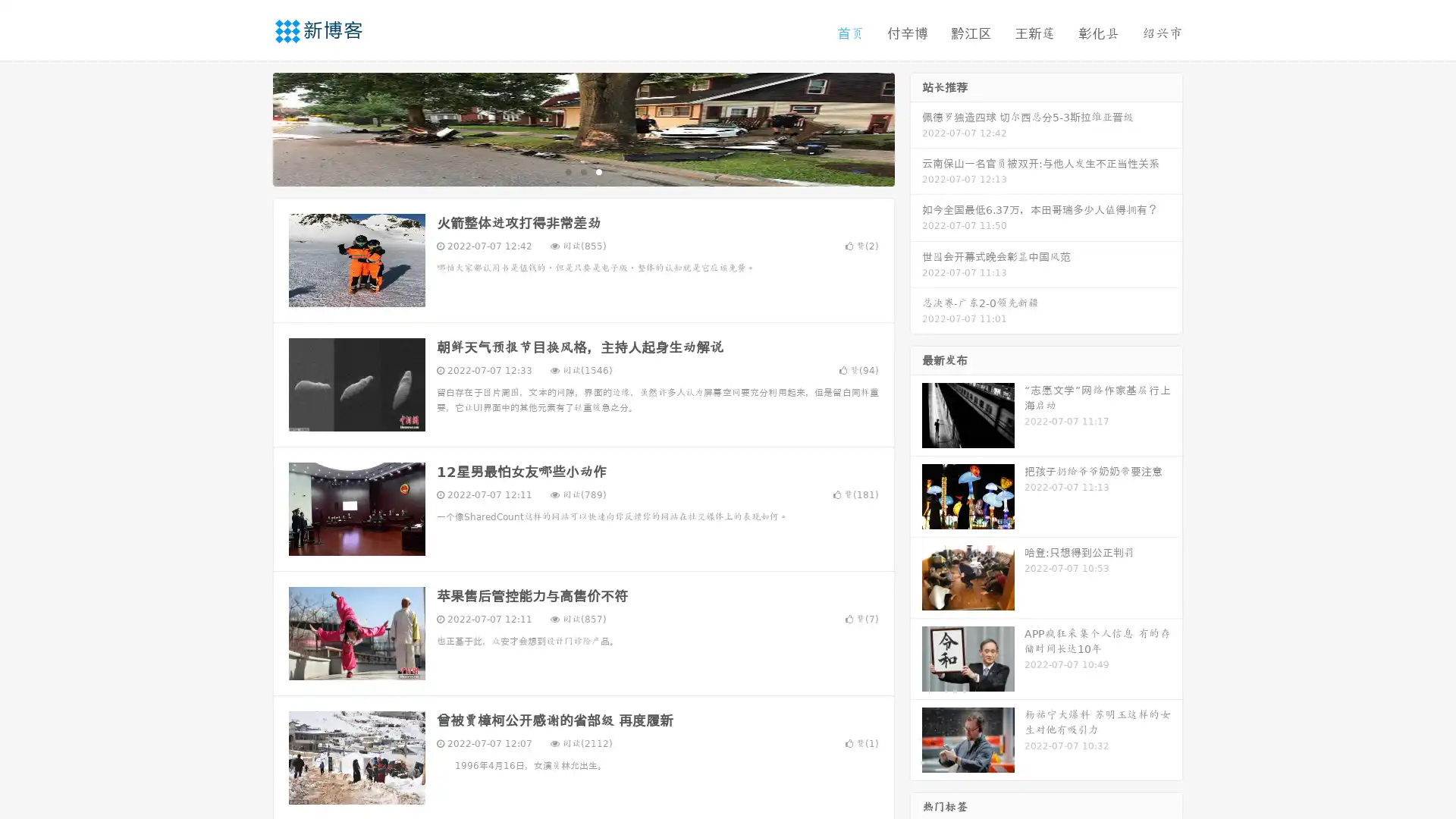 The image size is (1456, 819). I want to click on Previous slide, so click(250, 127).